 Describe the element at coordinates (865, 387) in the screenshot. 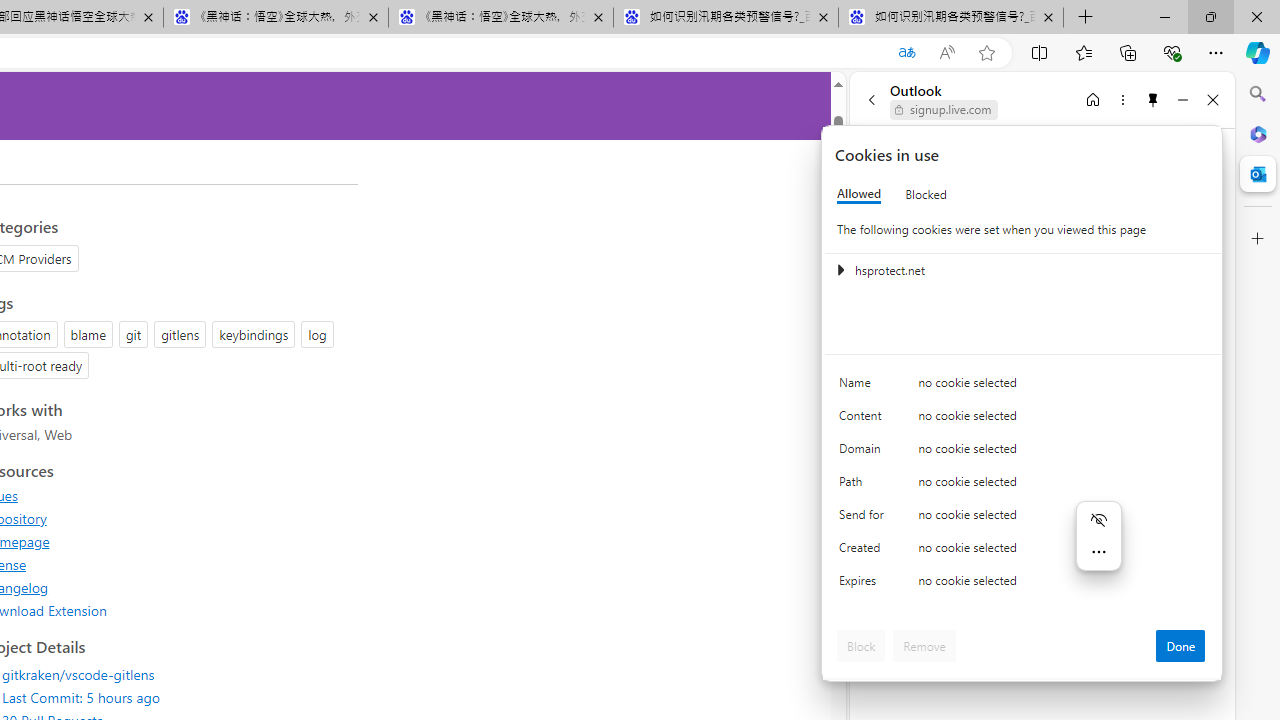

I see `'Name'` at that location.